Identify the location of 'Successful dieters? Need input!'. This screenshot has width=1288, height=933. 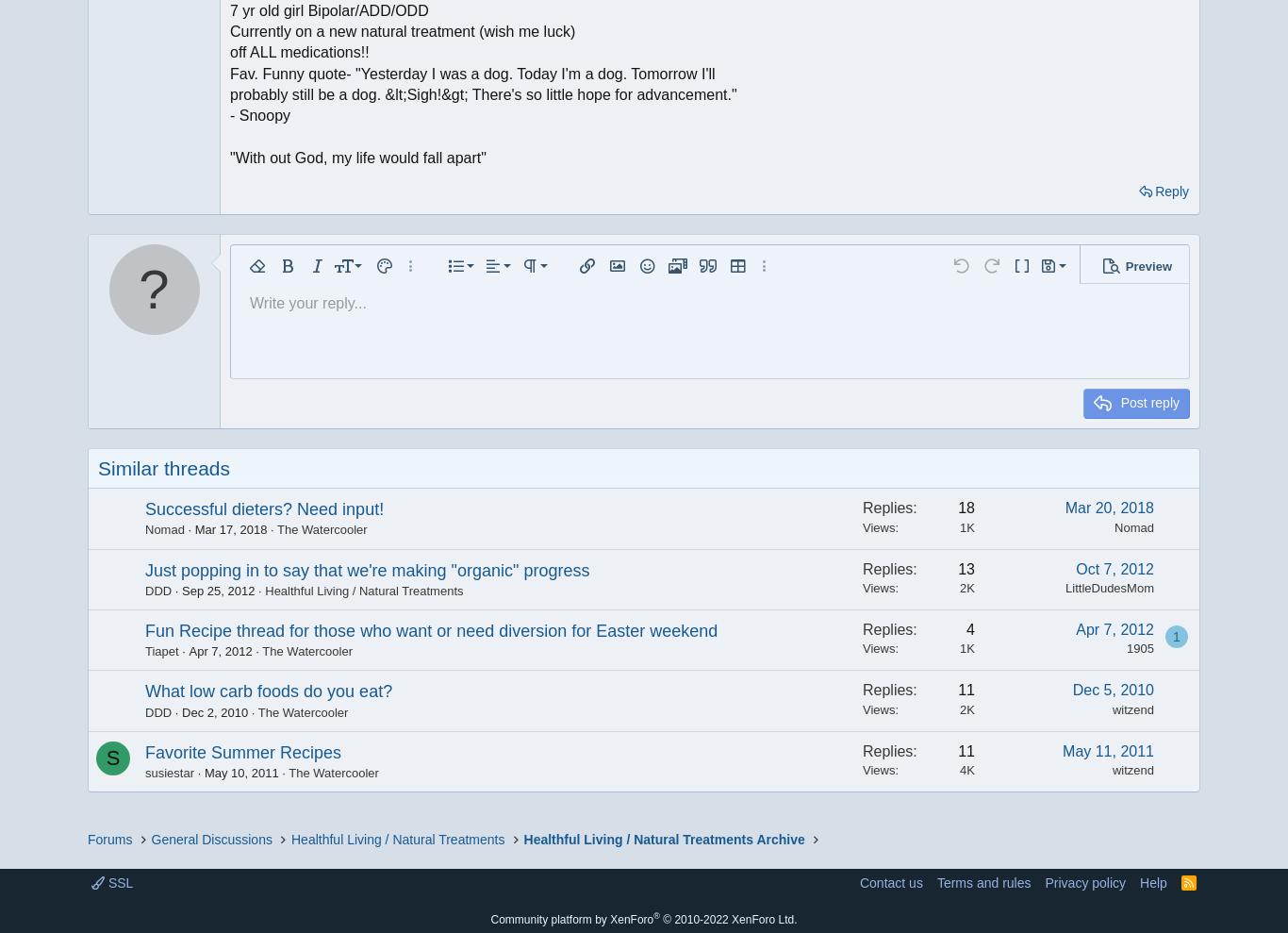
(264, 508).